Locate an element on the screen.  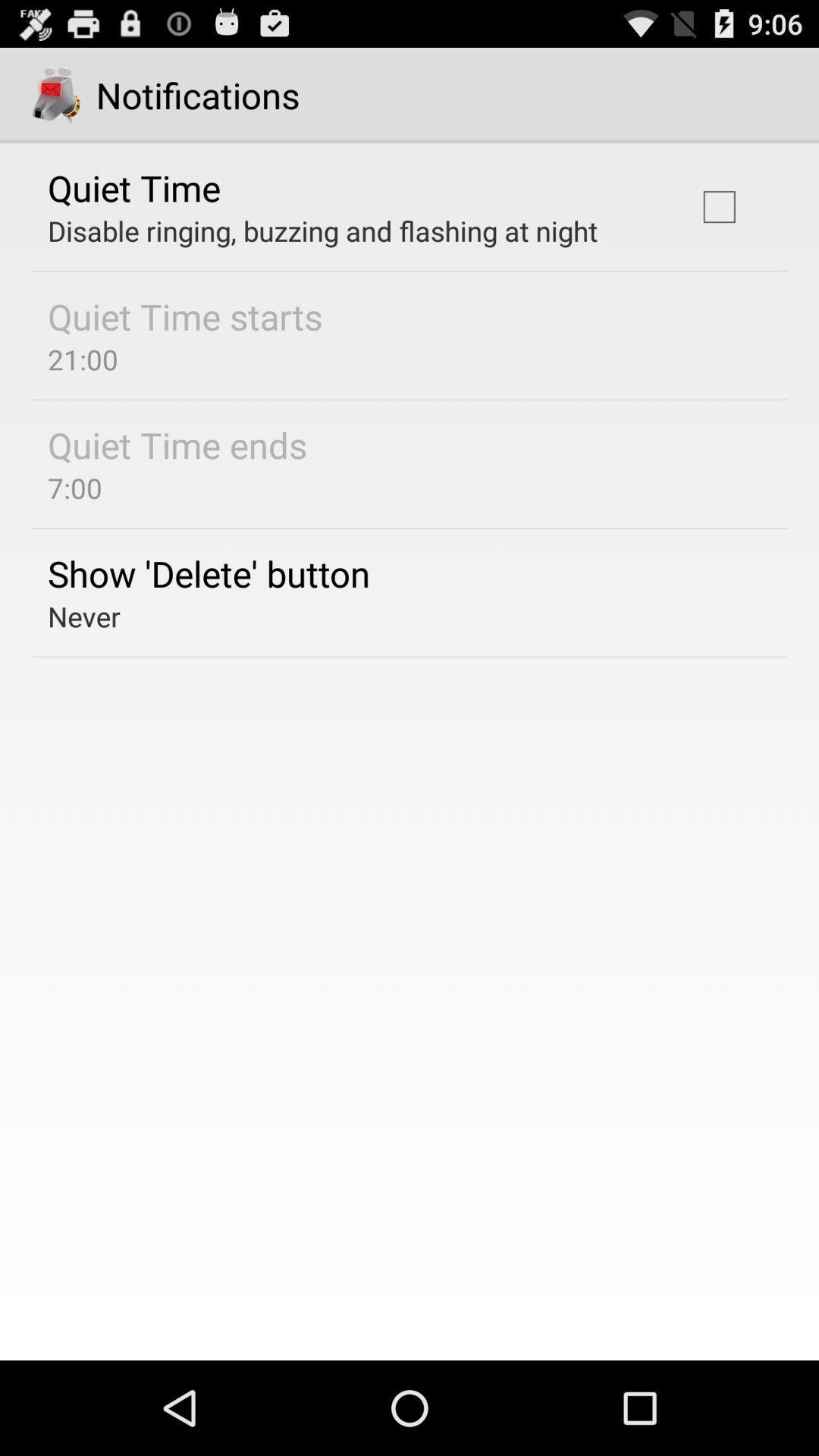
never icon is located at coordinates (84, 616).